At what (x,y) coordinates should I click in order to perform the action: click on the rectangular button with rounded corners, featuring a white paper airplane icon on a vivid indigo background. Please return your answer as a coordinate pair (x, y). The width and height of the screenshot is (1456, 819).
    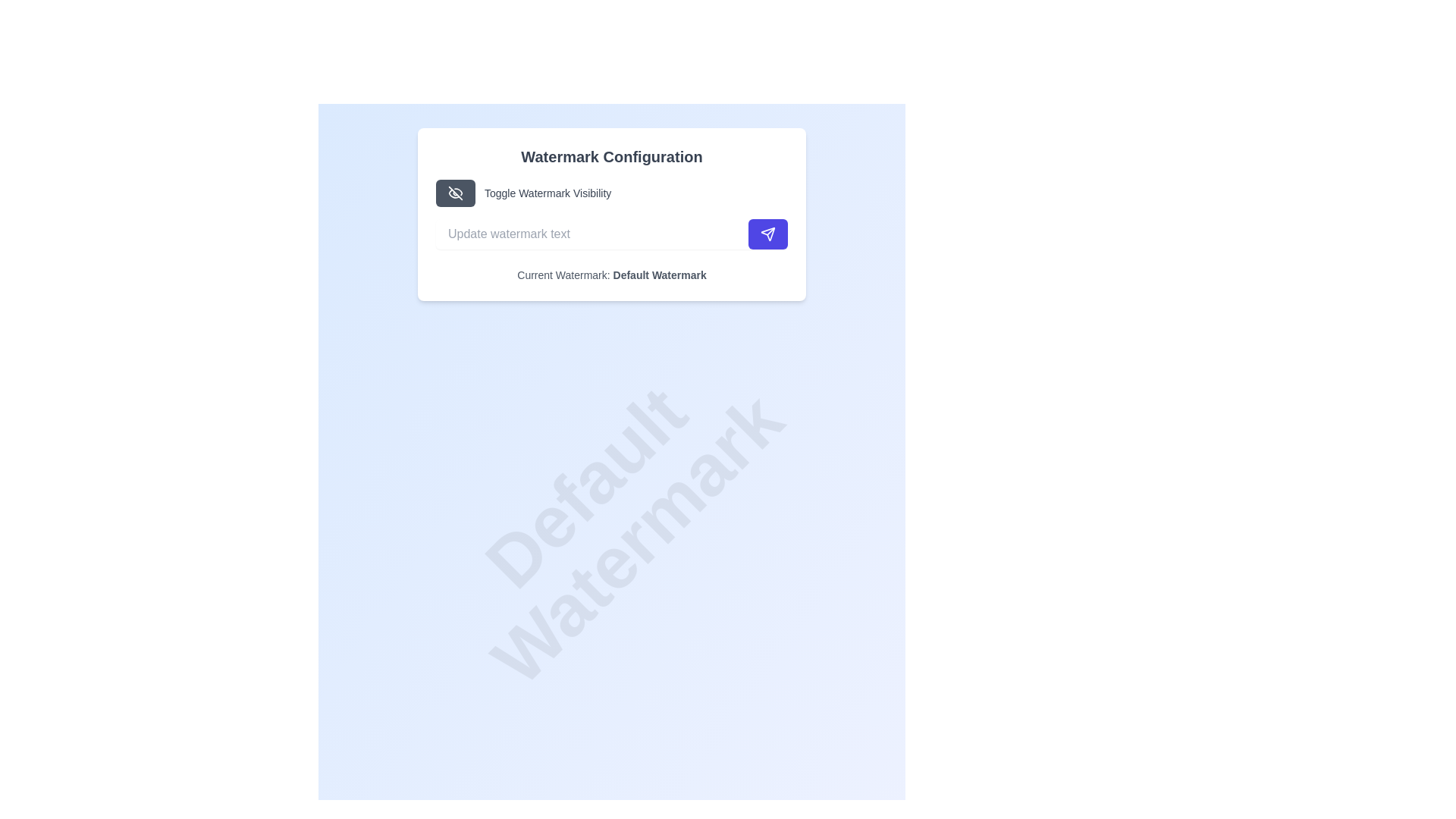
    Looking at the image, I should click on (767, 234).